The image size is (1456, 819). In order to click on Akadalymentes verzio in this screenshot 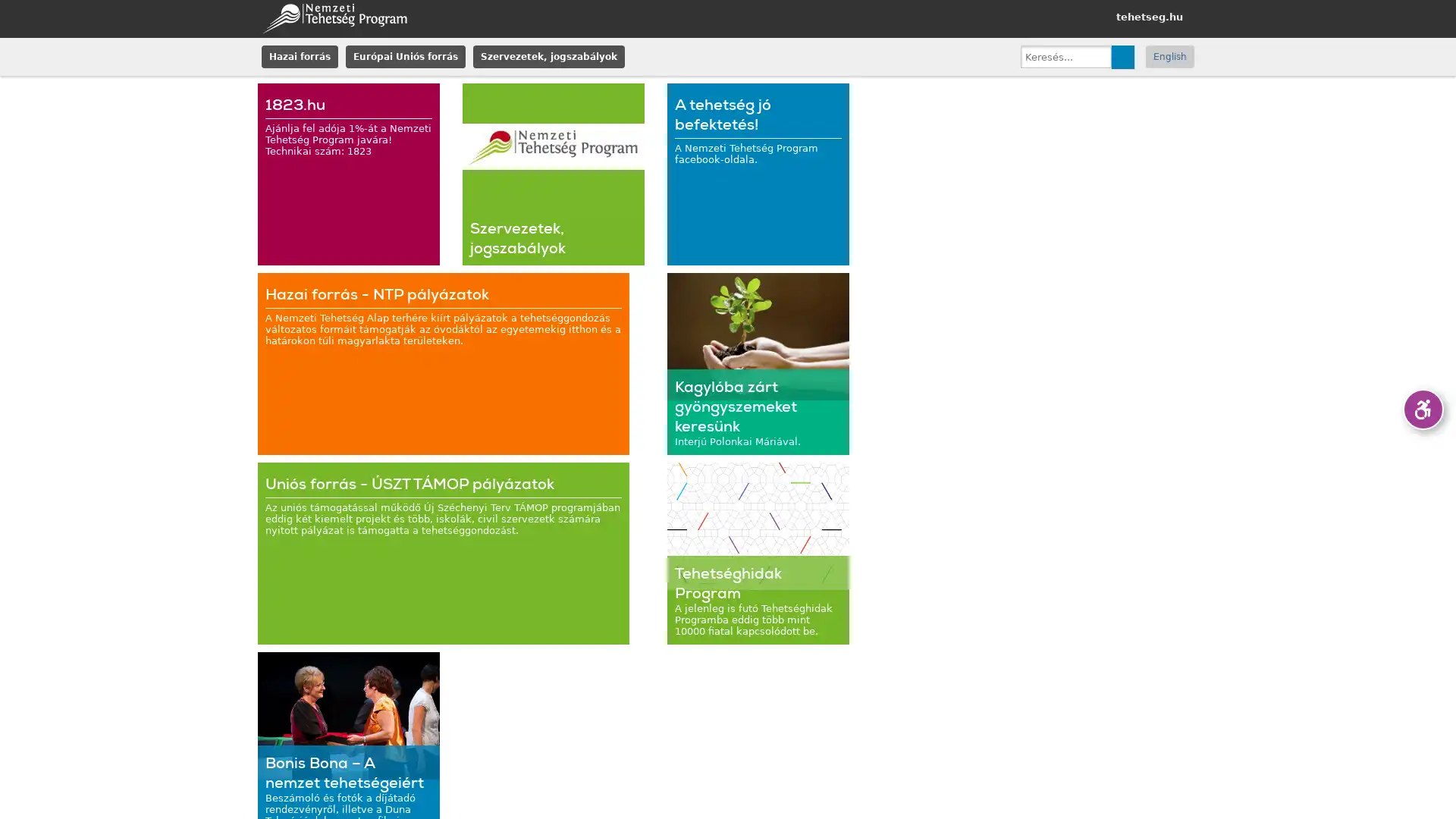, I will do `click(1422, 409)`.